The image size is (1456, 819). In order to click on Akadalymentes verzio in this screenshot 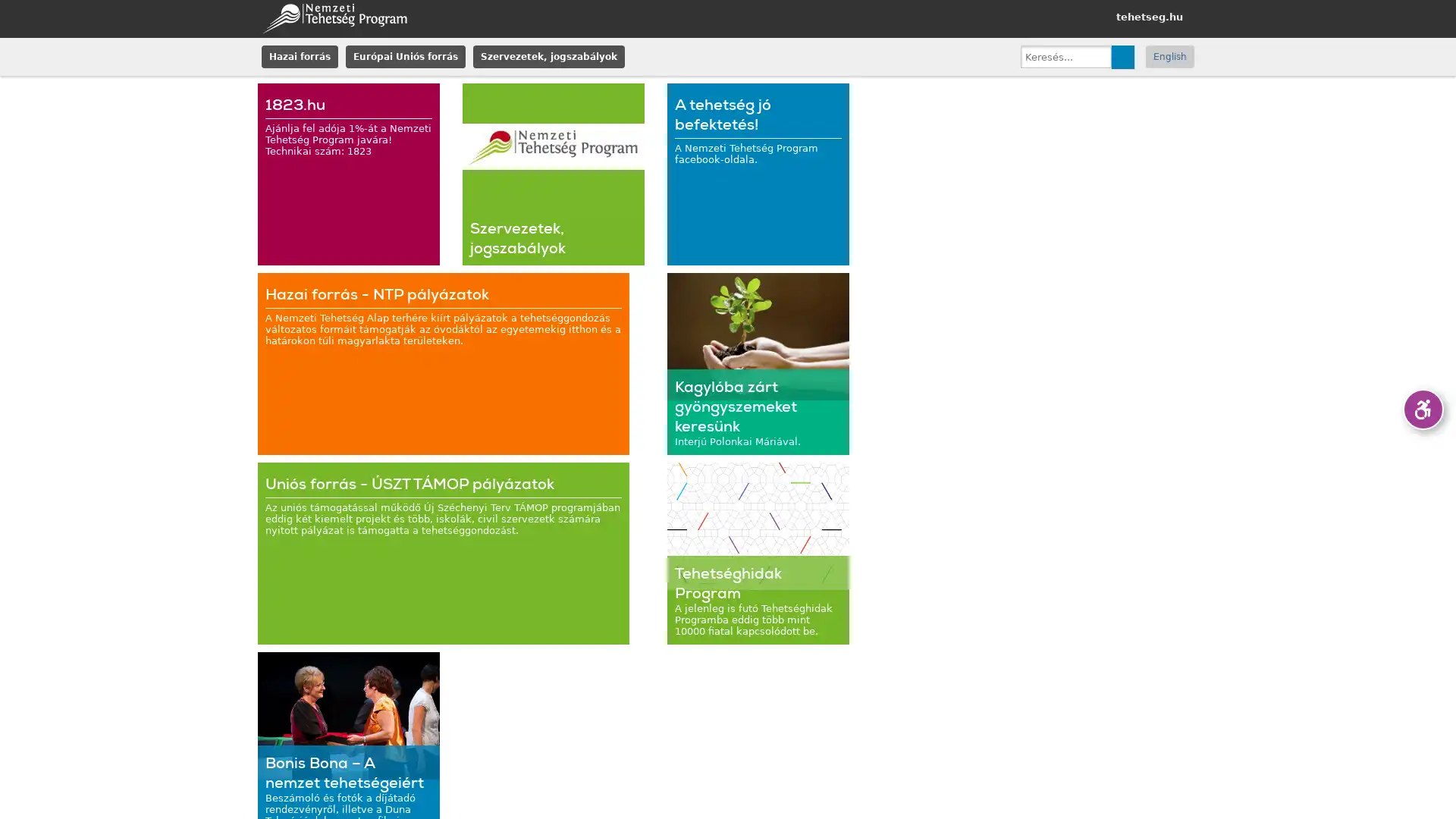, I will do `click(1422, 409)`.